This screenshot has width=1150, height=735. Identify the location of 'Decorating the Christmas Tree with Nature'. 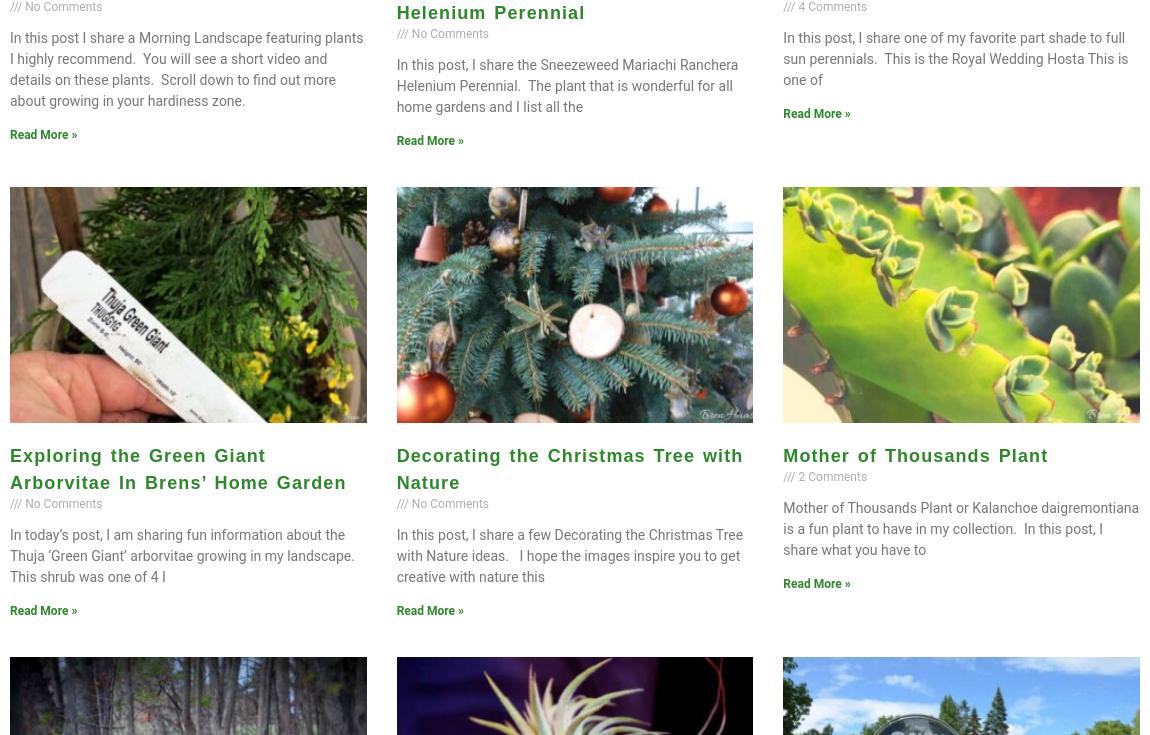
(569, 467).